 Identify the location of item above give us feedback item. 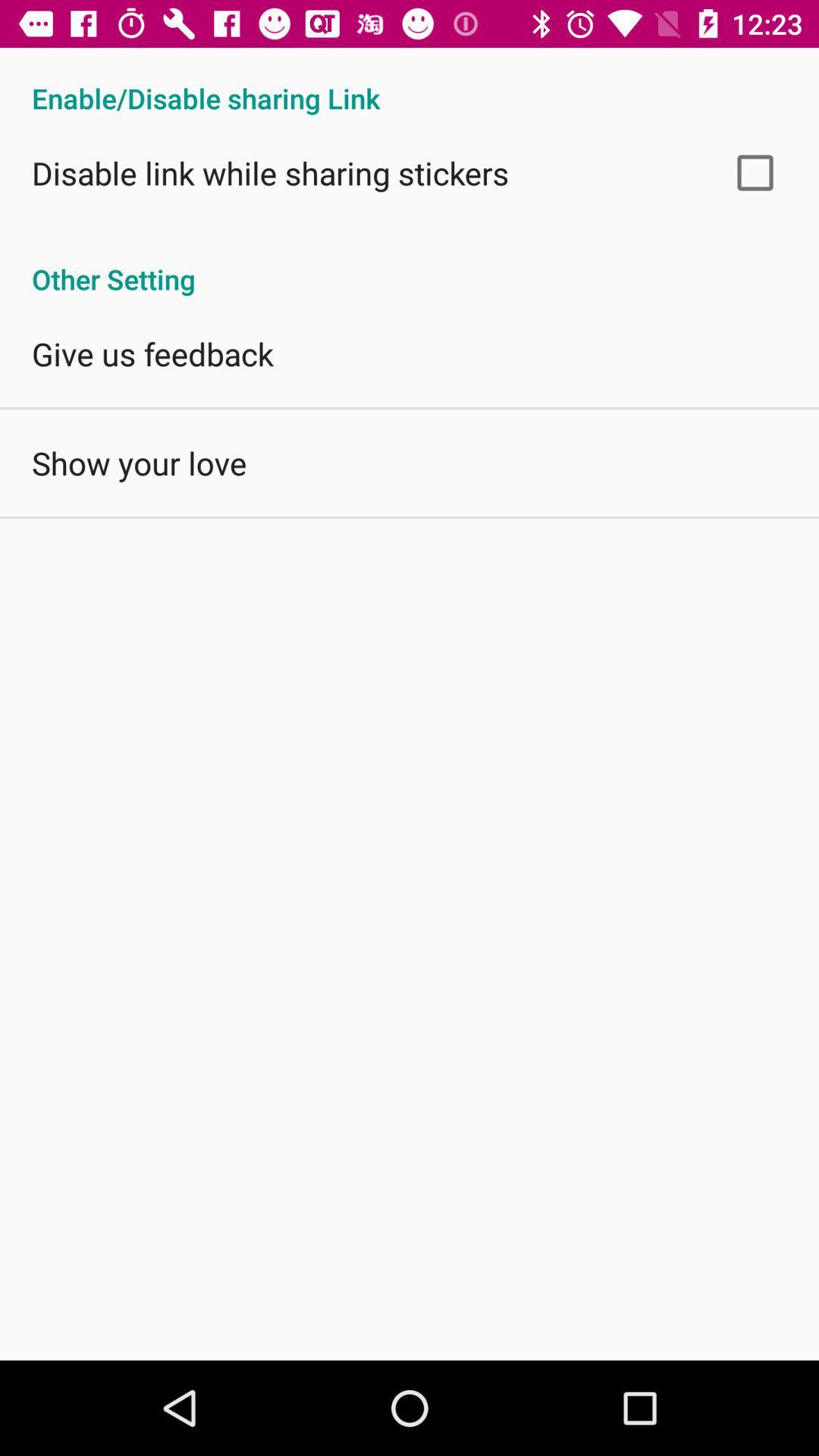
(409, 263).